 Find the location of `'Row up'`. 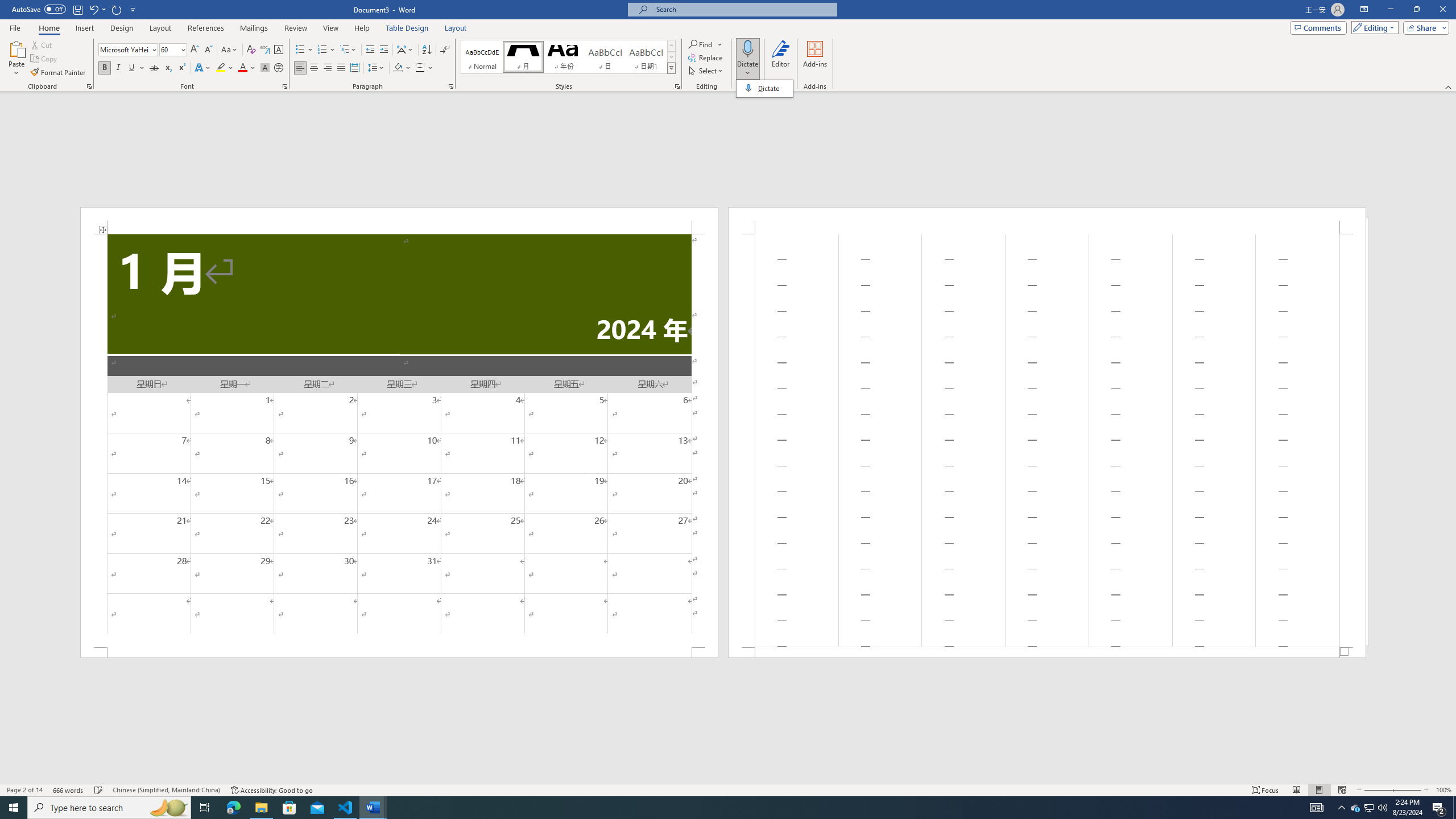

'Row up' is located at coordinates (671, 45).